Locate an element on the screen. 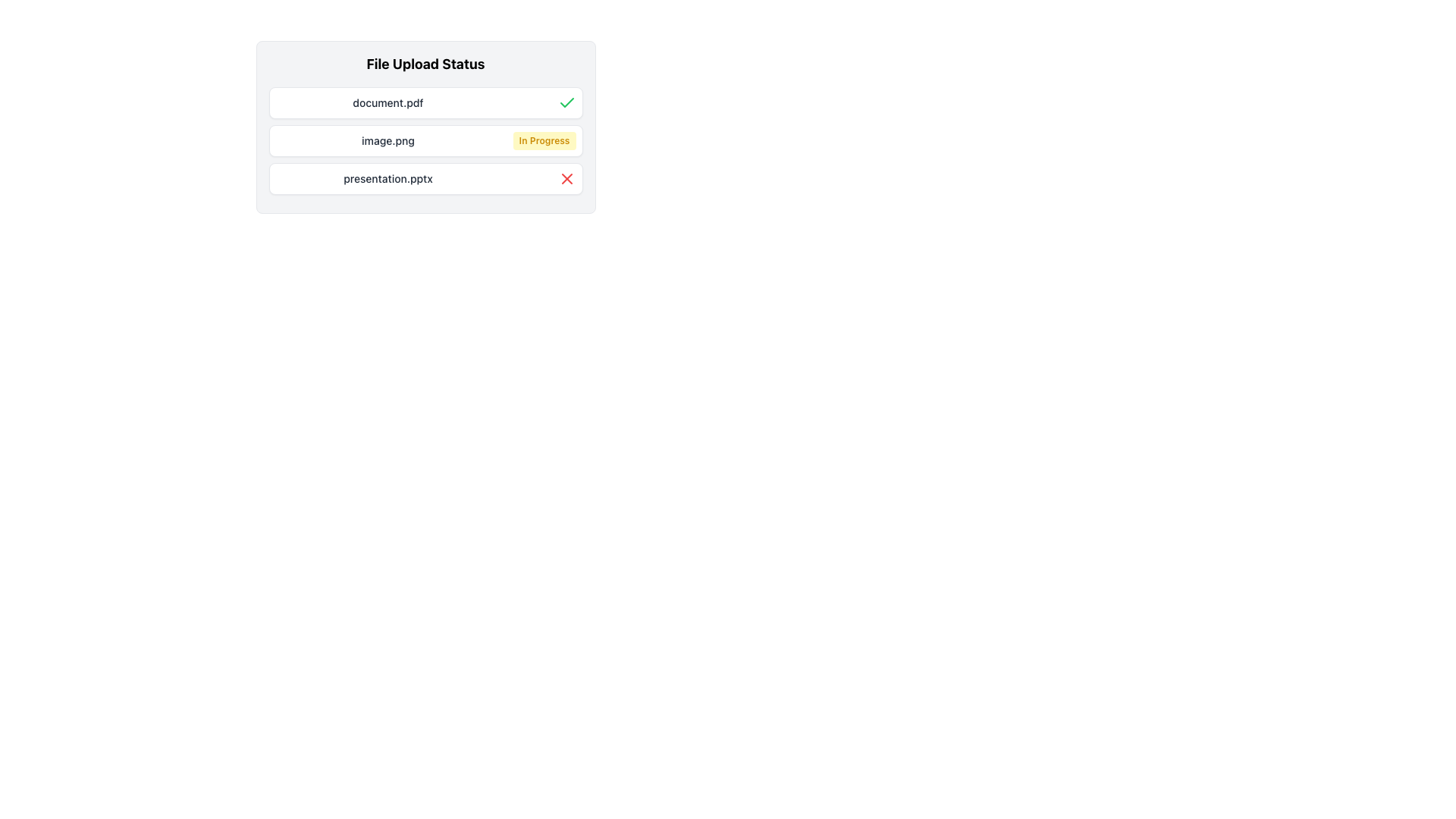 The image size is (1456, 819). the small checkmark icon styled with a thin black stroke inside a green circle, located at the far right of the first row aligned with 'document.pdf' is located at coordinates (566, 102).